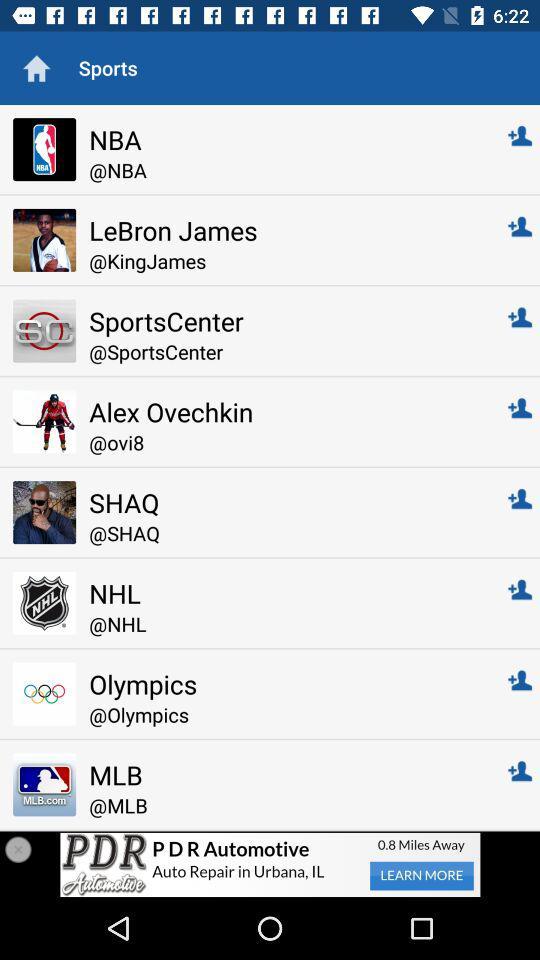  What do you see at coordinates (36, 68) in the screenshot?
I see `icon to the left of the sports` at bounding box center [36, 68].